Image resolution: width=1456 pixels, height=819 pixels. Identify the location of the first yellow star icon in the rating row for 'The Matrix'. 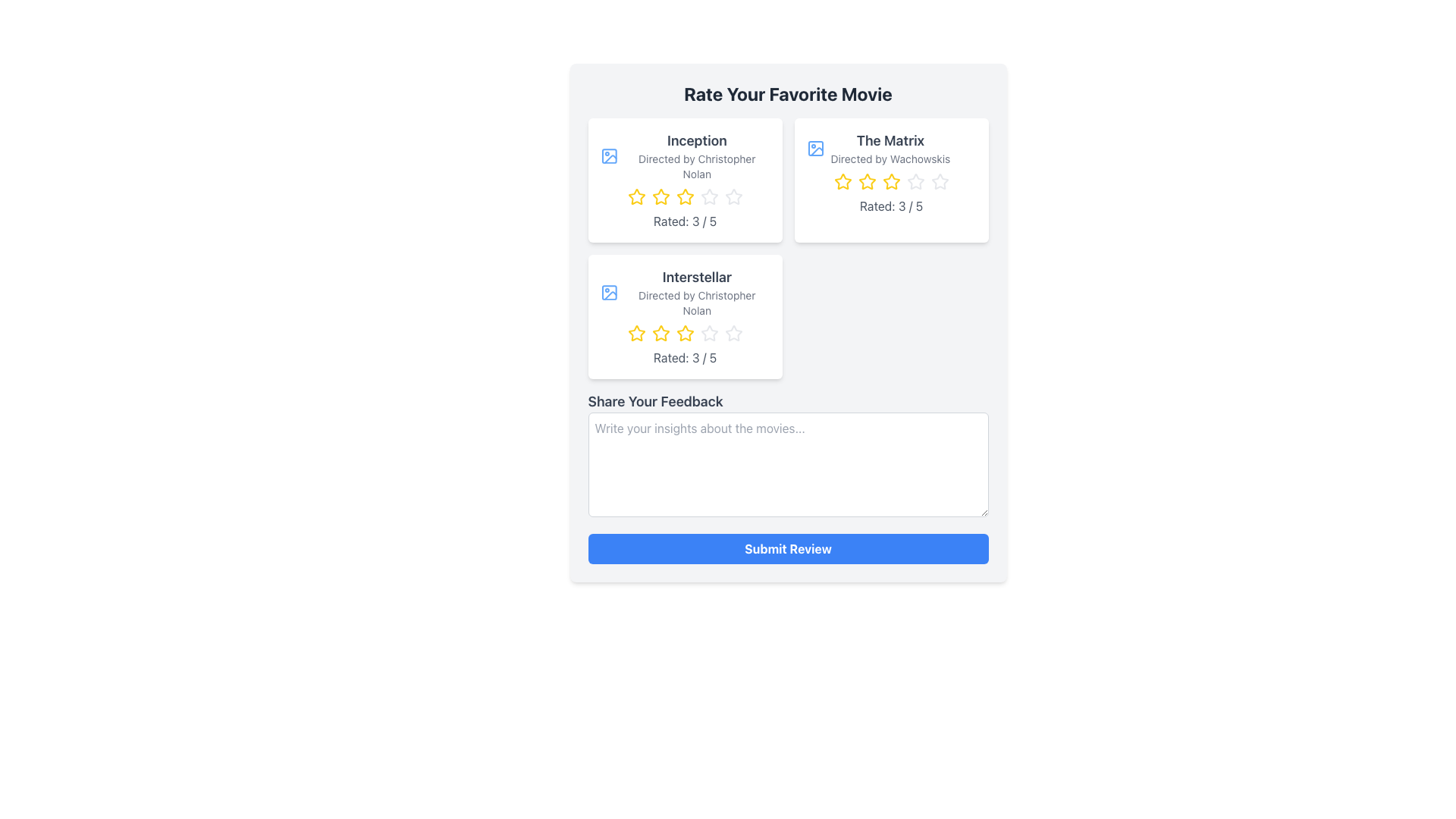
(842, 180).